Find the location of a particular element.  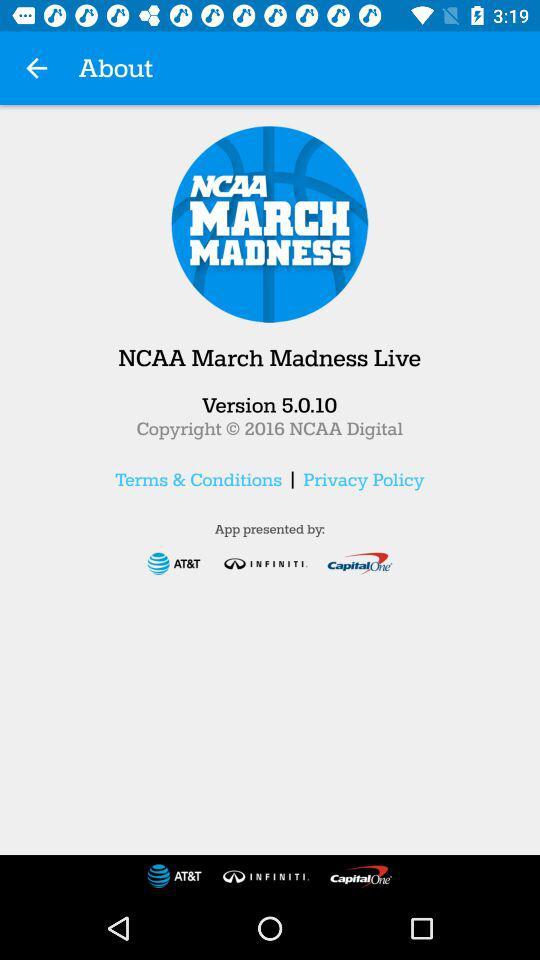

privacy policy is located at coordinates (362, 479).